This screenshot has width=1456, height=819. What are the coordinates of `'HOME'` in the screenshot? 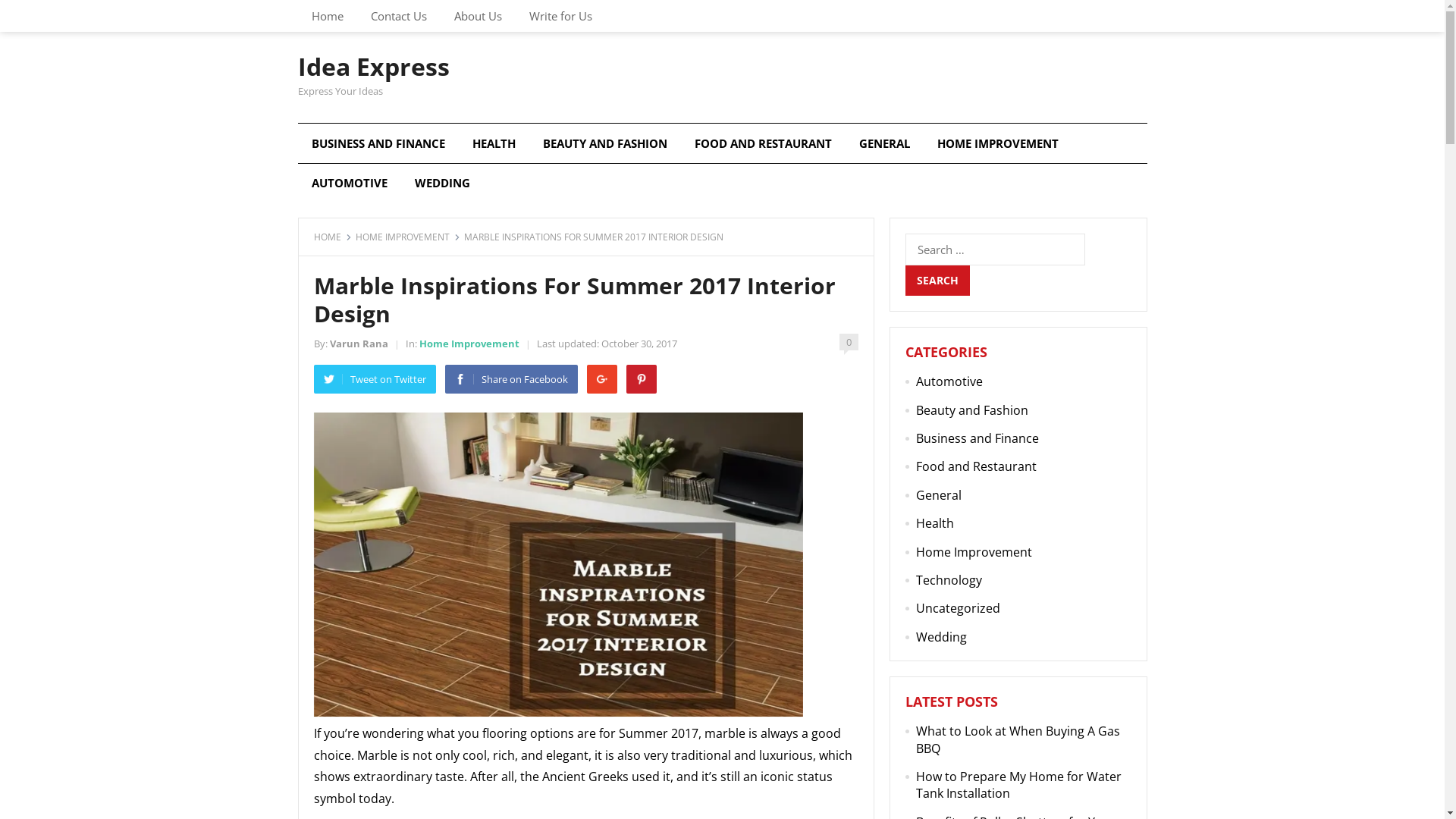 It's located at (312, 237).